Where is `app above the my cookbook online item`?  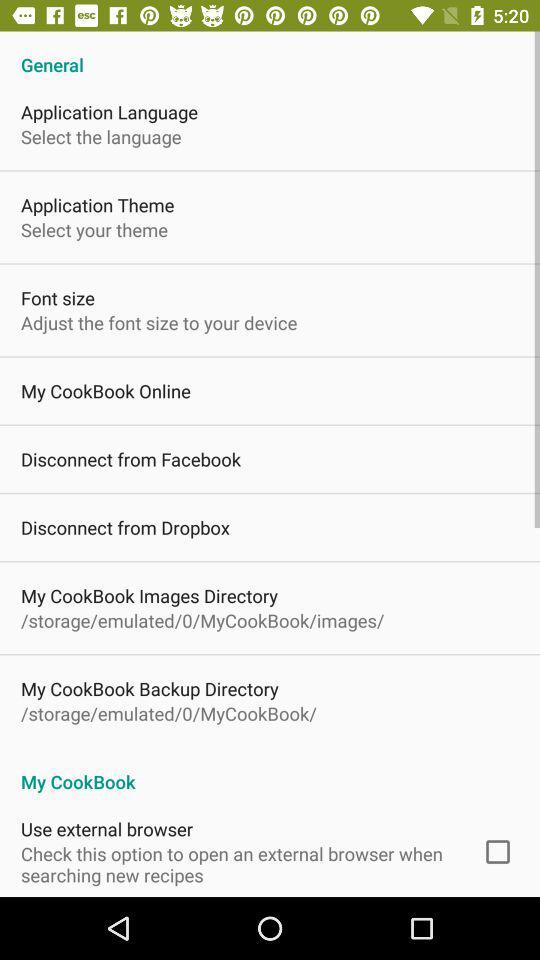
app above the my cookbook online item is located at coordinates (158, 322).